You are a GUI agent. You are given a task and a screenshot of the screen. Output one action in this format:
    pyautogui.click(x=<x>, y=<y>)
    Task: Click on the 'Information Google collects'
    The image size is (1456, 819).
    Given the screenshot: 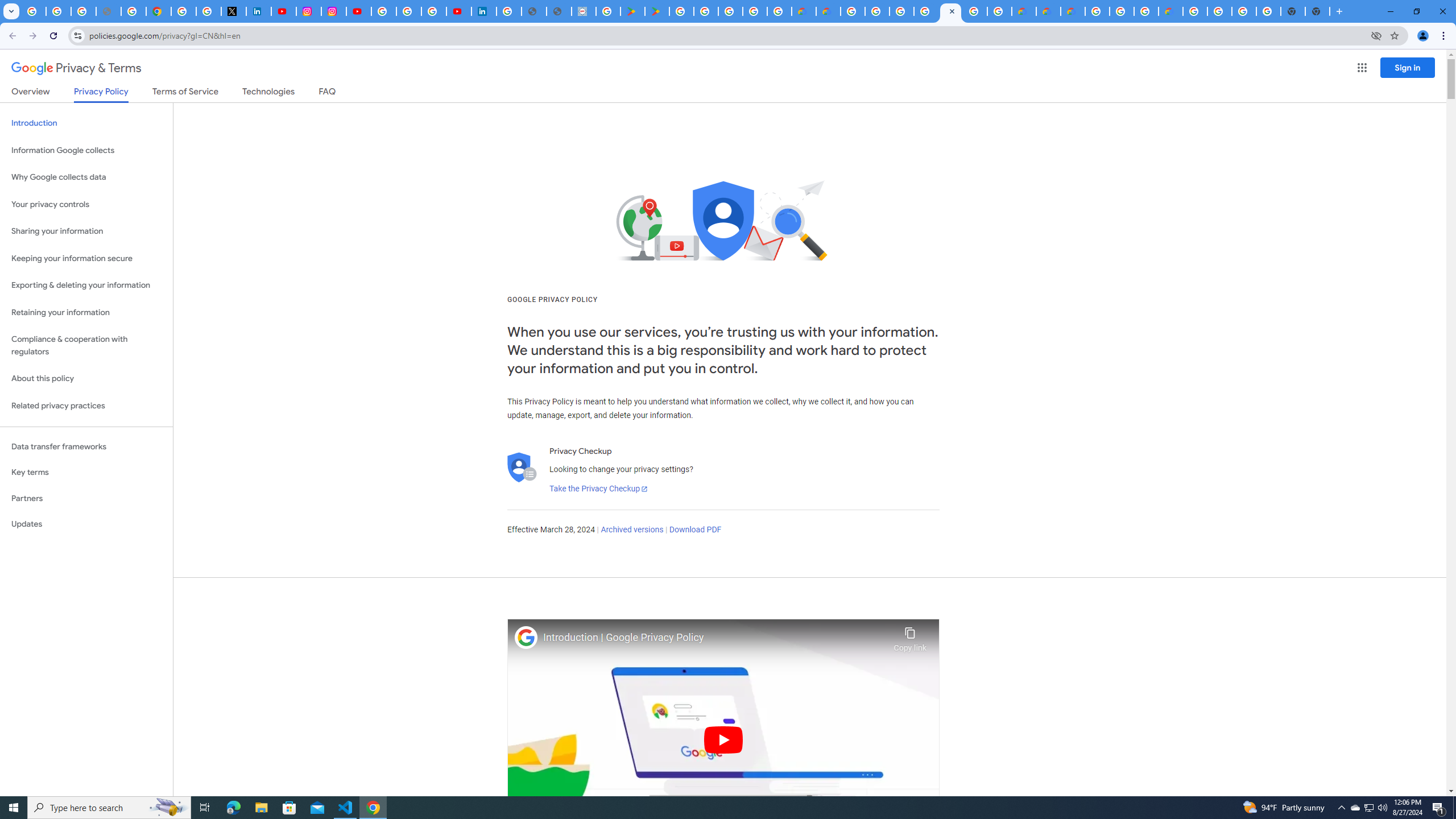 What is the action you would take?
    pyautogui.click(x=86, y=150)
    